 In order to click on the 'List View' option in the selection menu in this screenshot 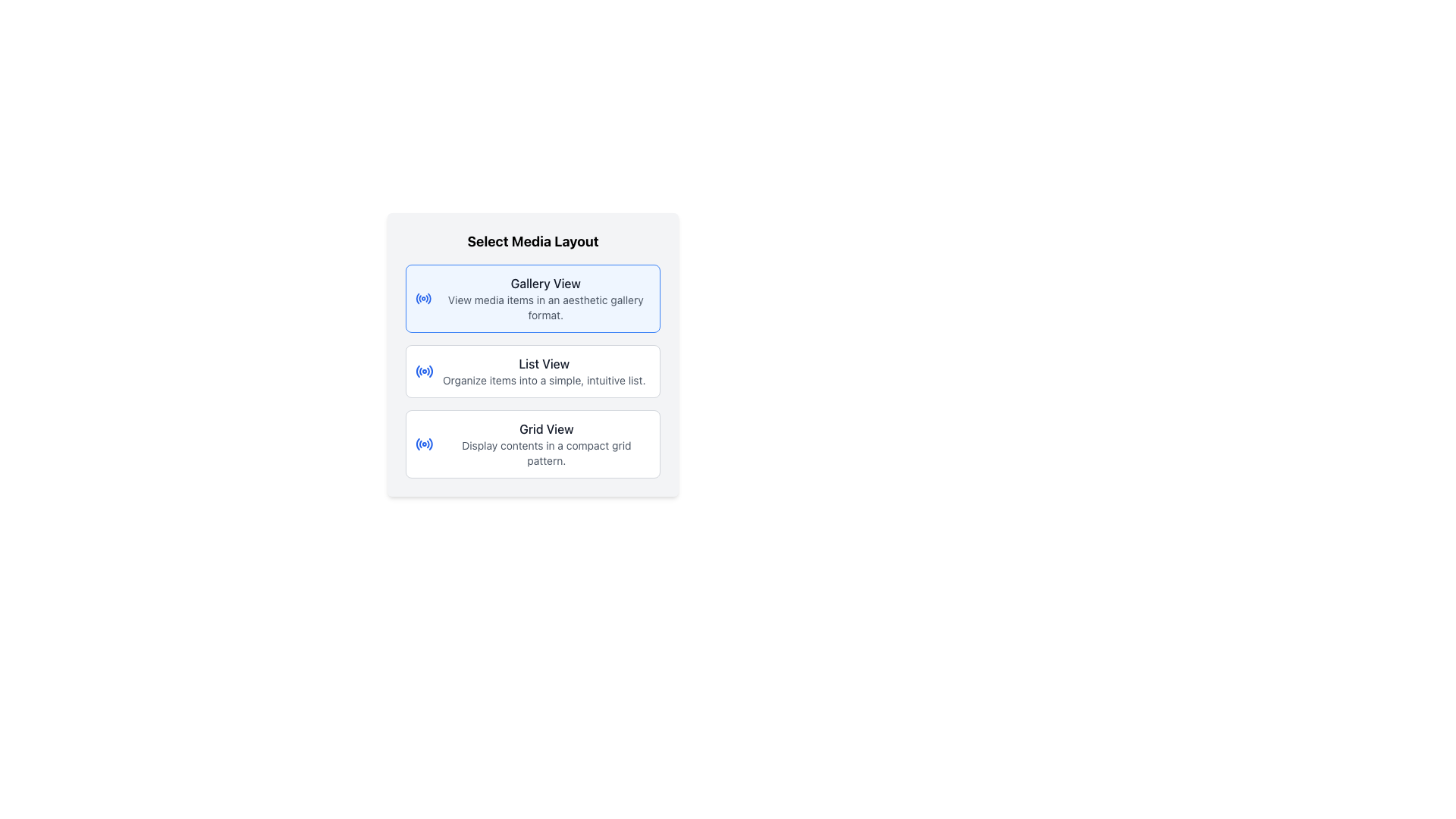, I will do `click(544, 371)`.